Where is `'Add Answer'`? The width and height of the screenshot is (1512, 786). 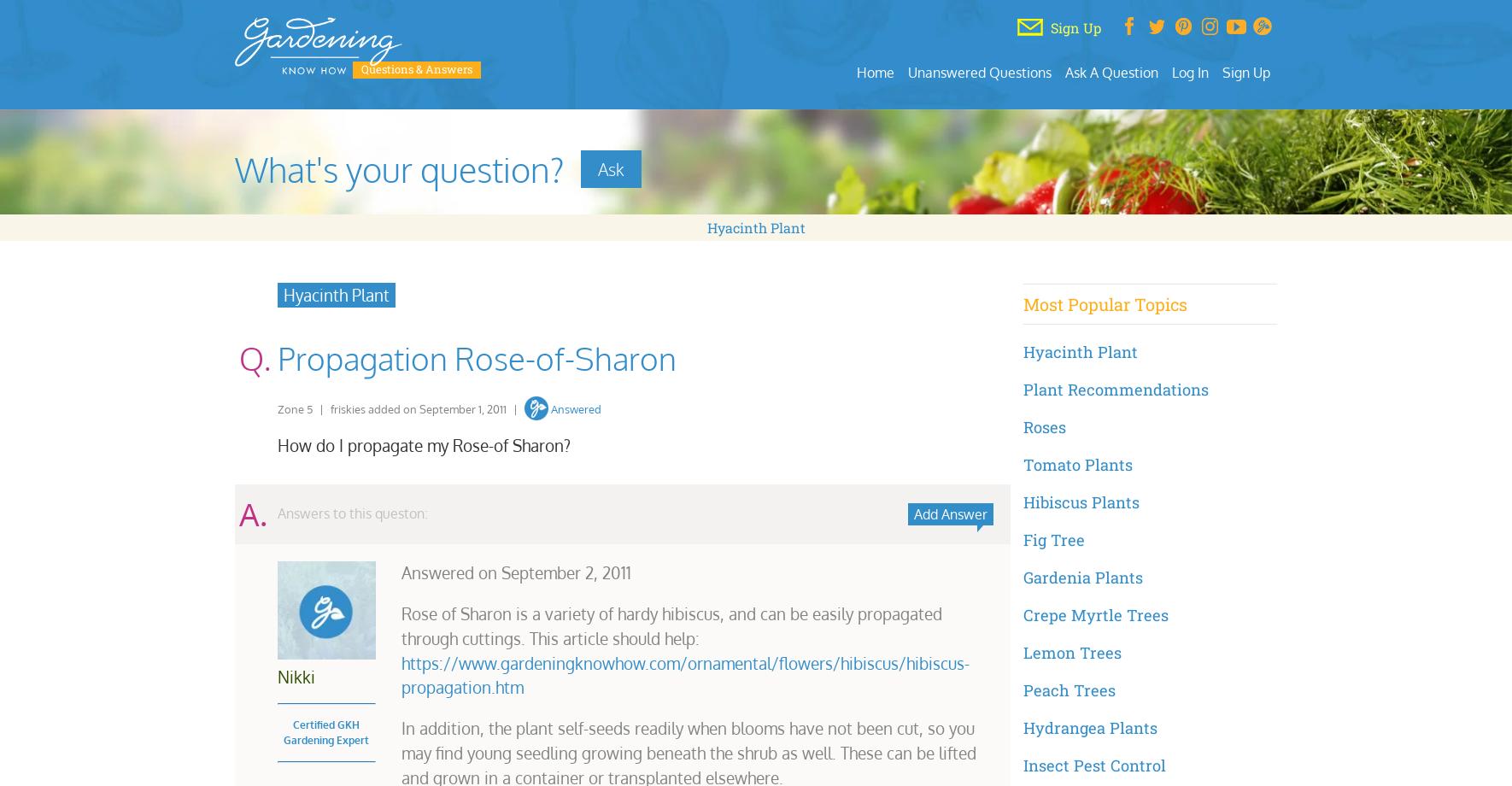 'Add Answer' is located at coordinates (949, 513).